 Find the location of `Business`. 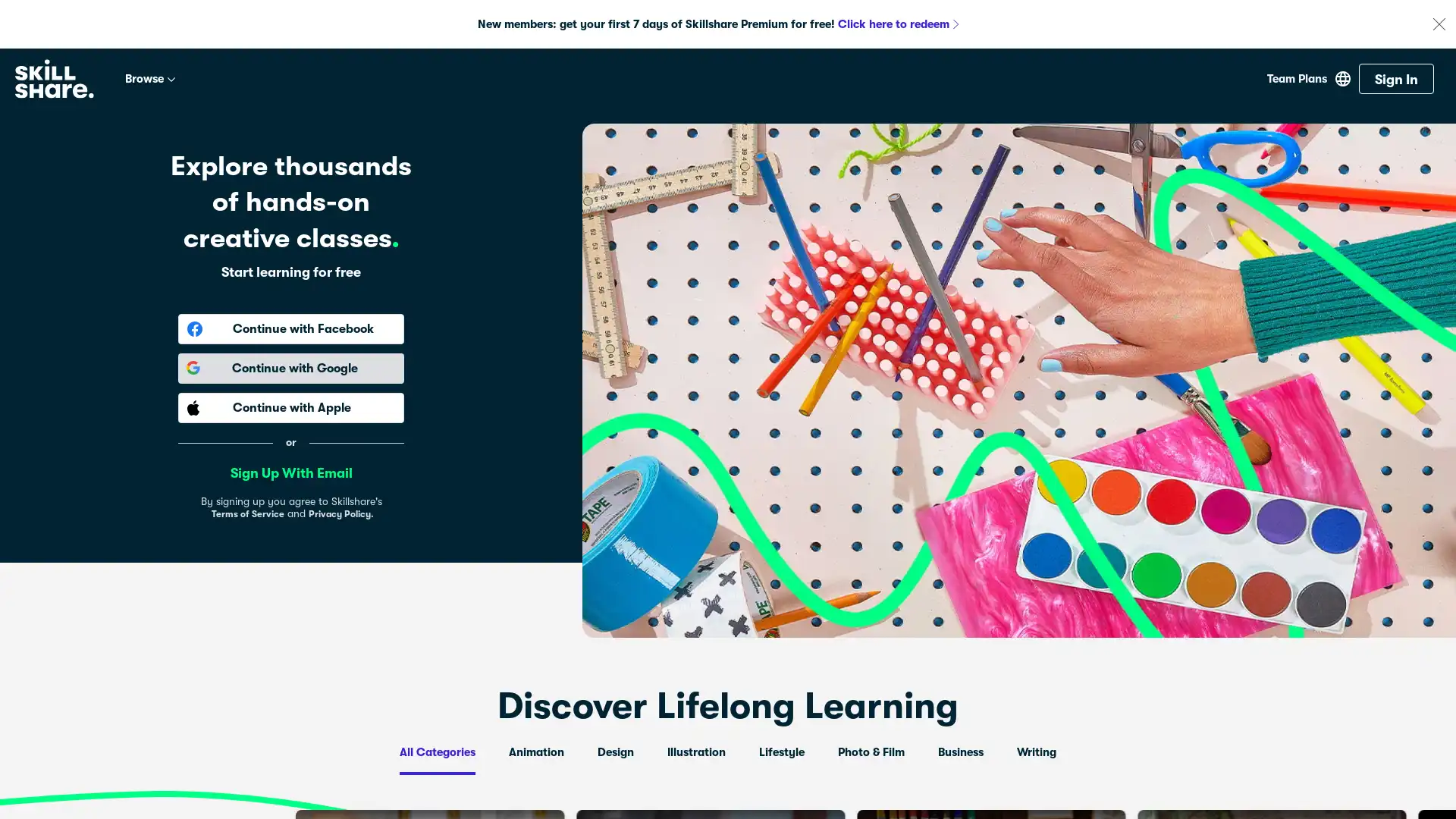

Business is located at coordinates (960, 757).